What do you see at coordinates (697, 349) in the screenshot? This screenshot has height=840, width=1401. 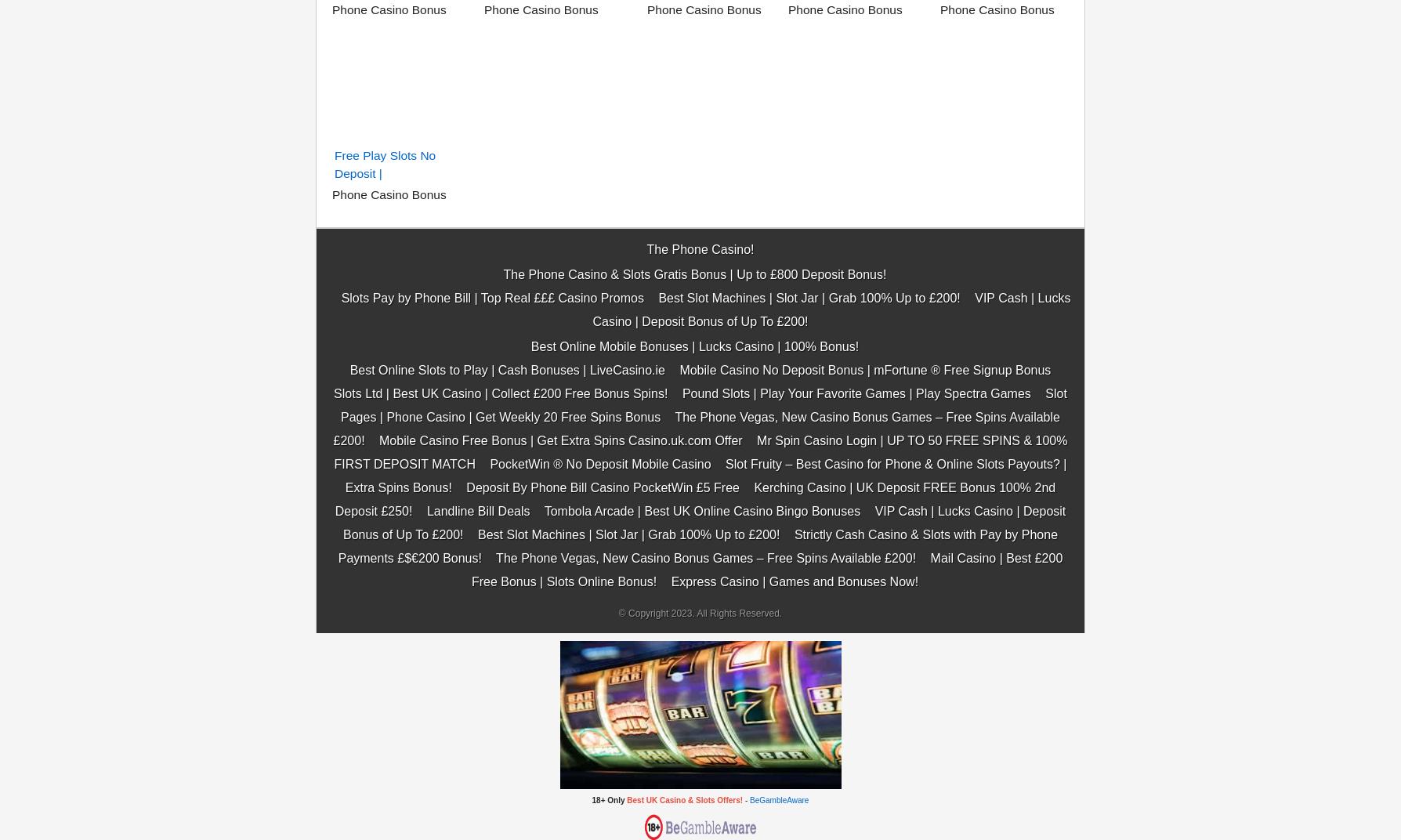 I see `'Strictly Cash Casino & Slots with Pay by Phone Payments £$€200 Bonus!'` at bounding box center [697, 349].